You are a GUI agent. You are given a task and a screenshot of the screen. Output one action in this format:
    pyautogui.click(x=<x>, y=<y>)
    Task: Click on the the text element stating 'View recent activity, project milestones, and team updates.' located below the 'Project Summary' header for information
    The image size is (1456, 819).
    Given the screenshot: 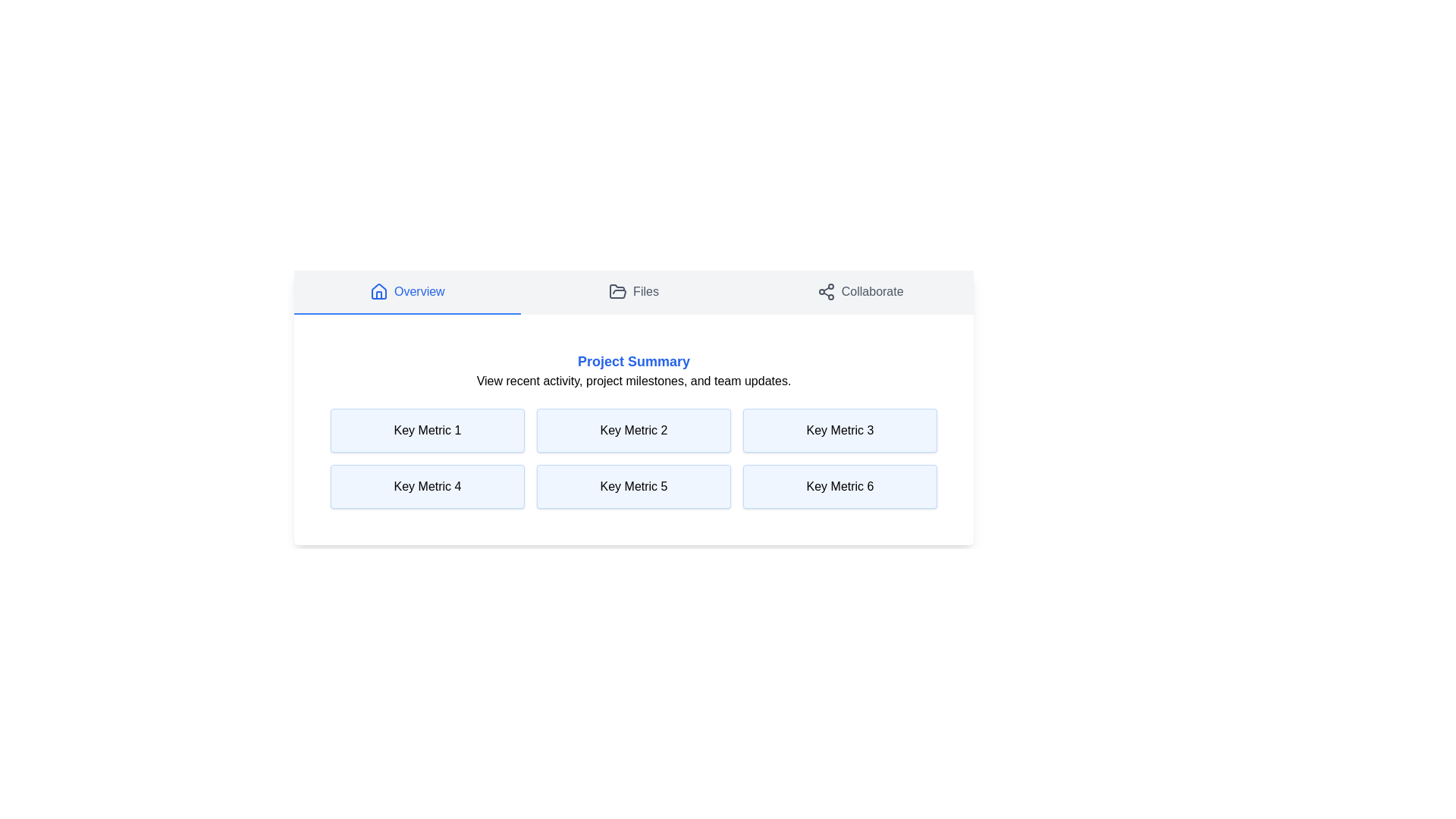 What is the action you would take?
    pyautogui.click(x=633, y=380)
    